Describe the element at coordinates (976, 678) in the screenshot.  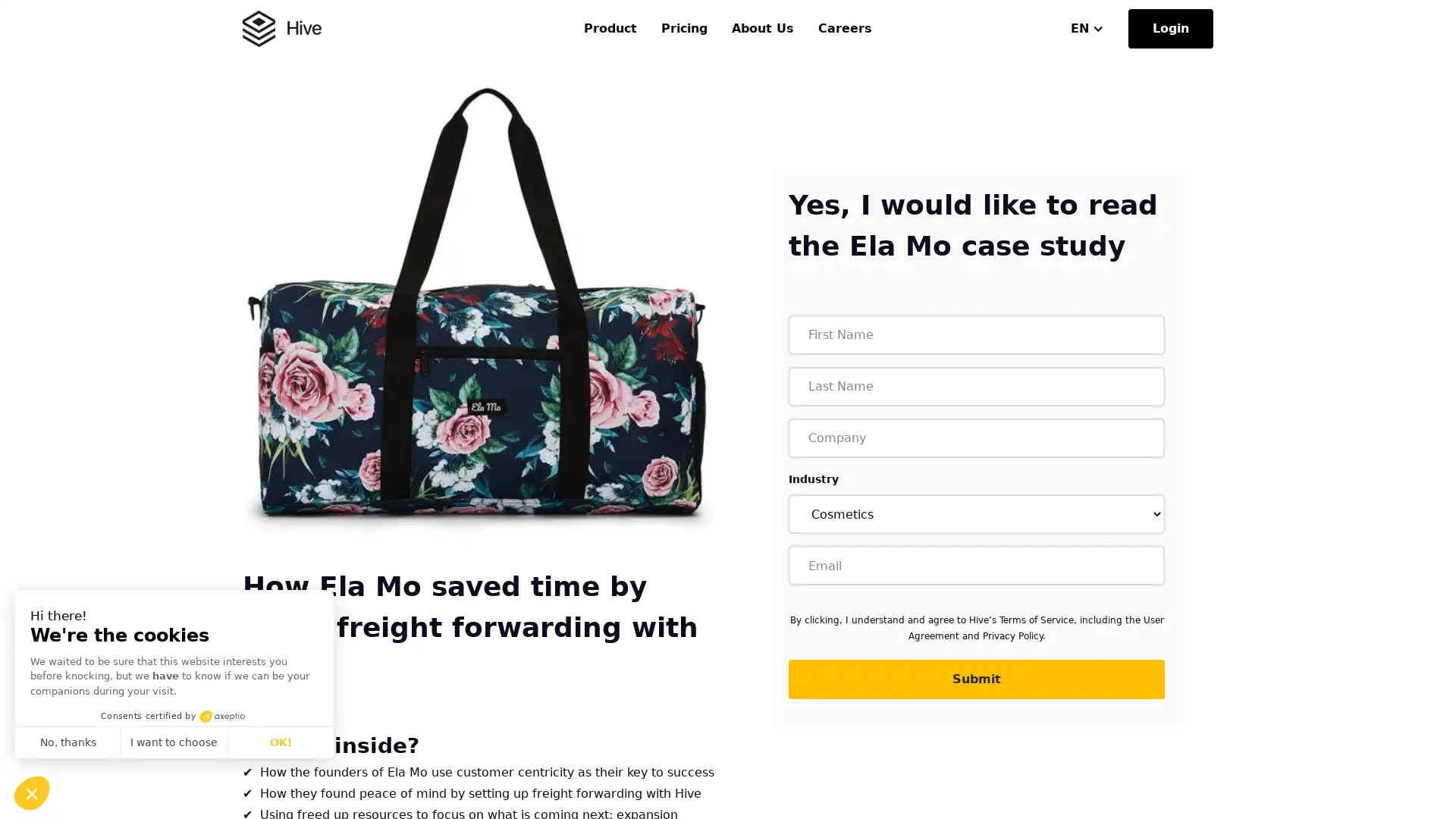
I see `Submit` at that location.